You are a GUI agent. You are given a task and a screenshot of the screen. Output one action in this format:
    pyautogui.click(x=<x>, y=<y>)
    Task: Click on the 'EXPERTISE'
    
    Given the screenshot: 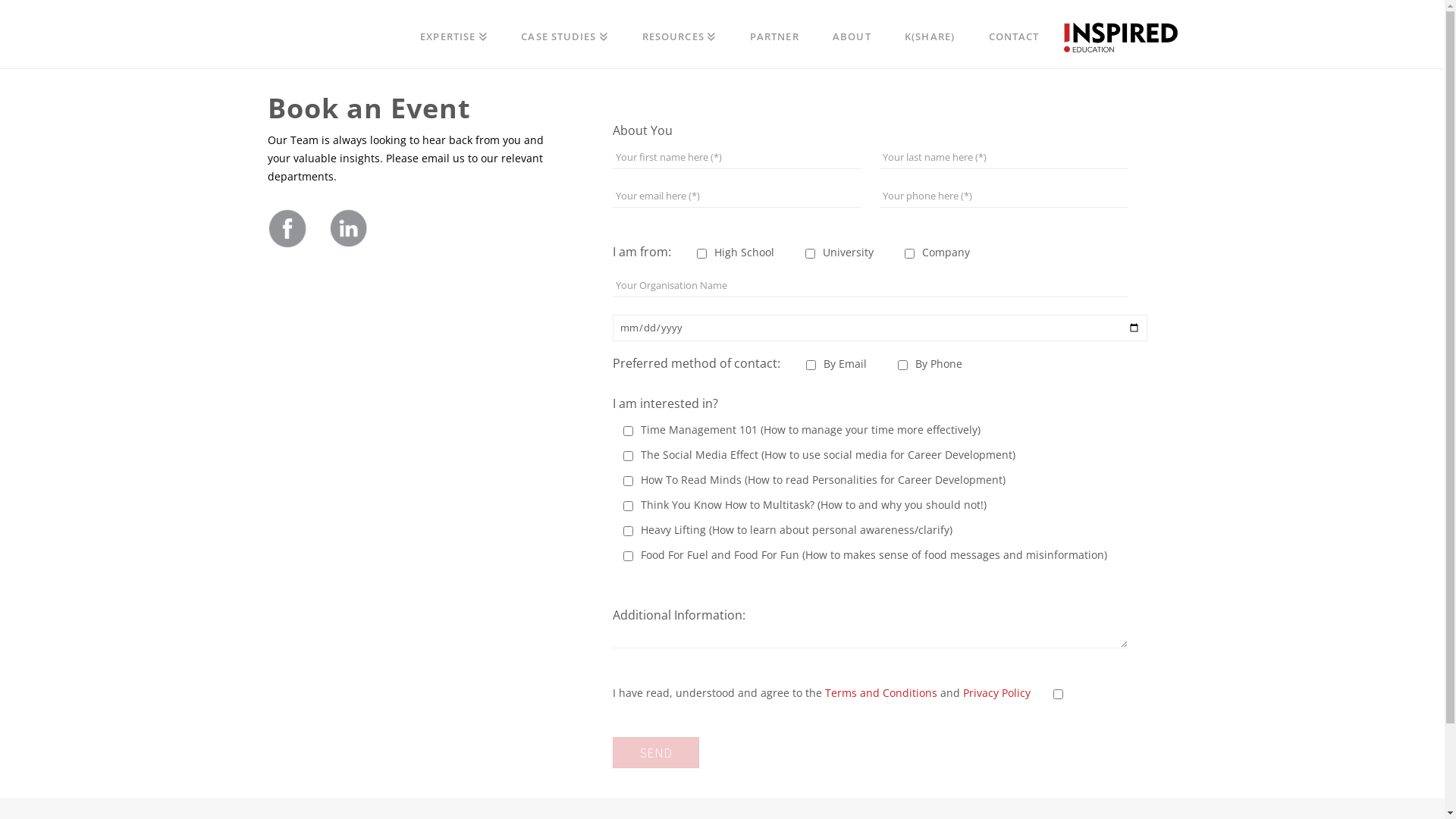 What is the action you would take?
    pyautogui.click(x=453, y=34)
    